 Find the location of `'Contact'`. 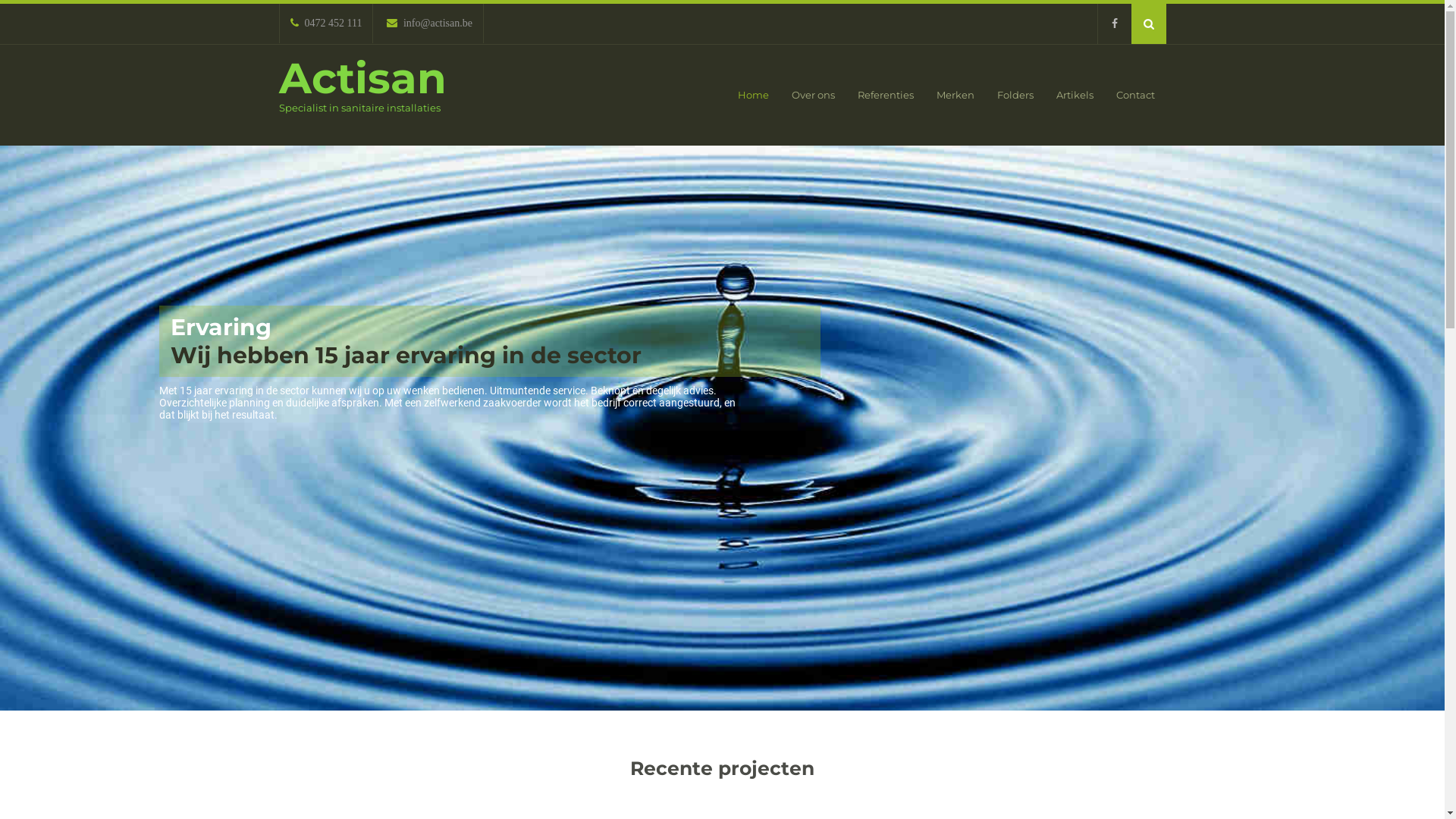

'Contact' is located at coordinates (1134, 95).